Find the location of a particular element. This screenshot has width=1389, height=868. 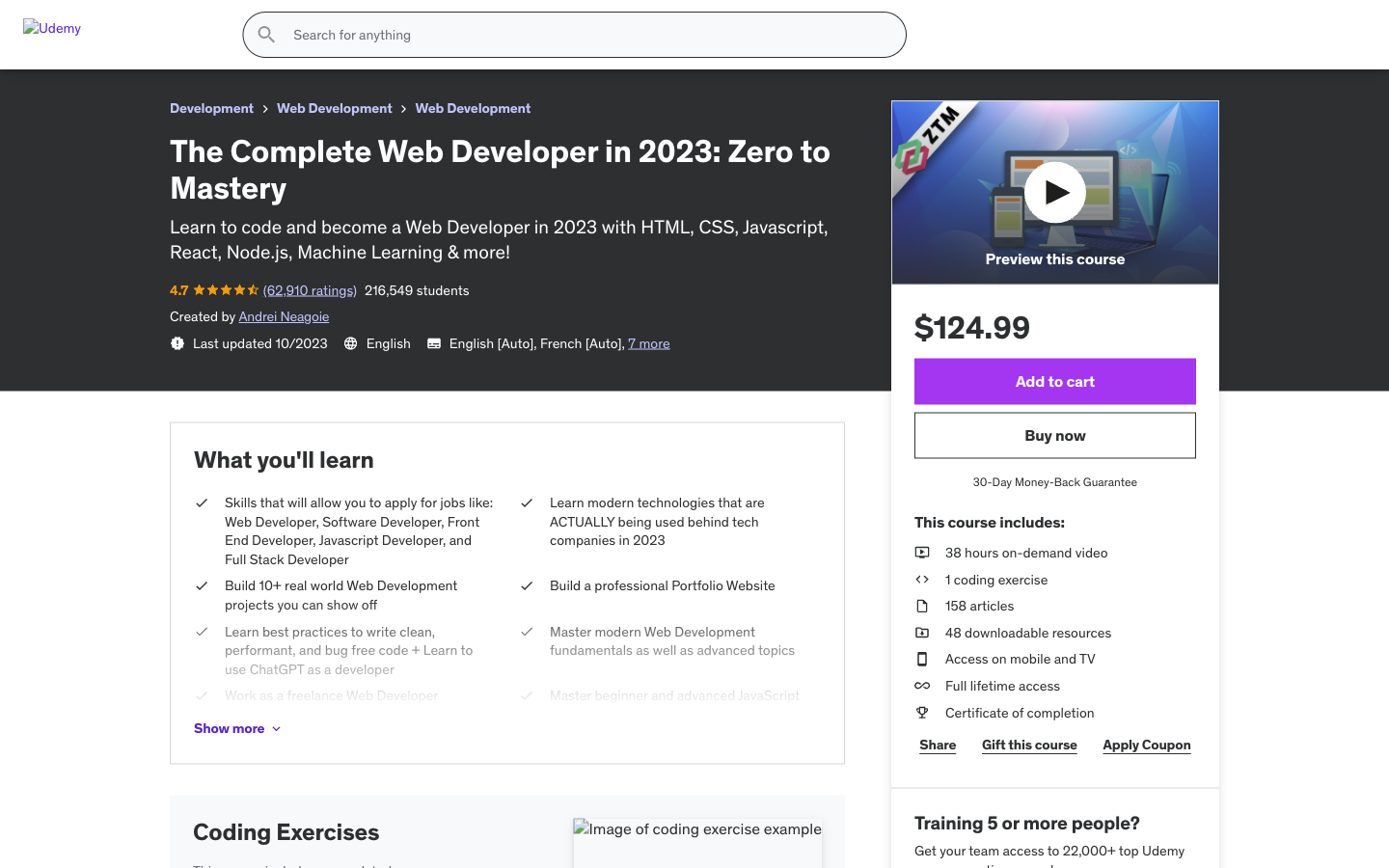

View color in aquamarine, choose Medium size, move to following images is located at coordinates (1001, 372).